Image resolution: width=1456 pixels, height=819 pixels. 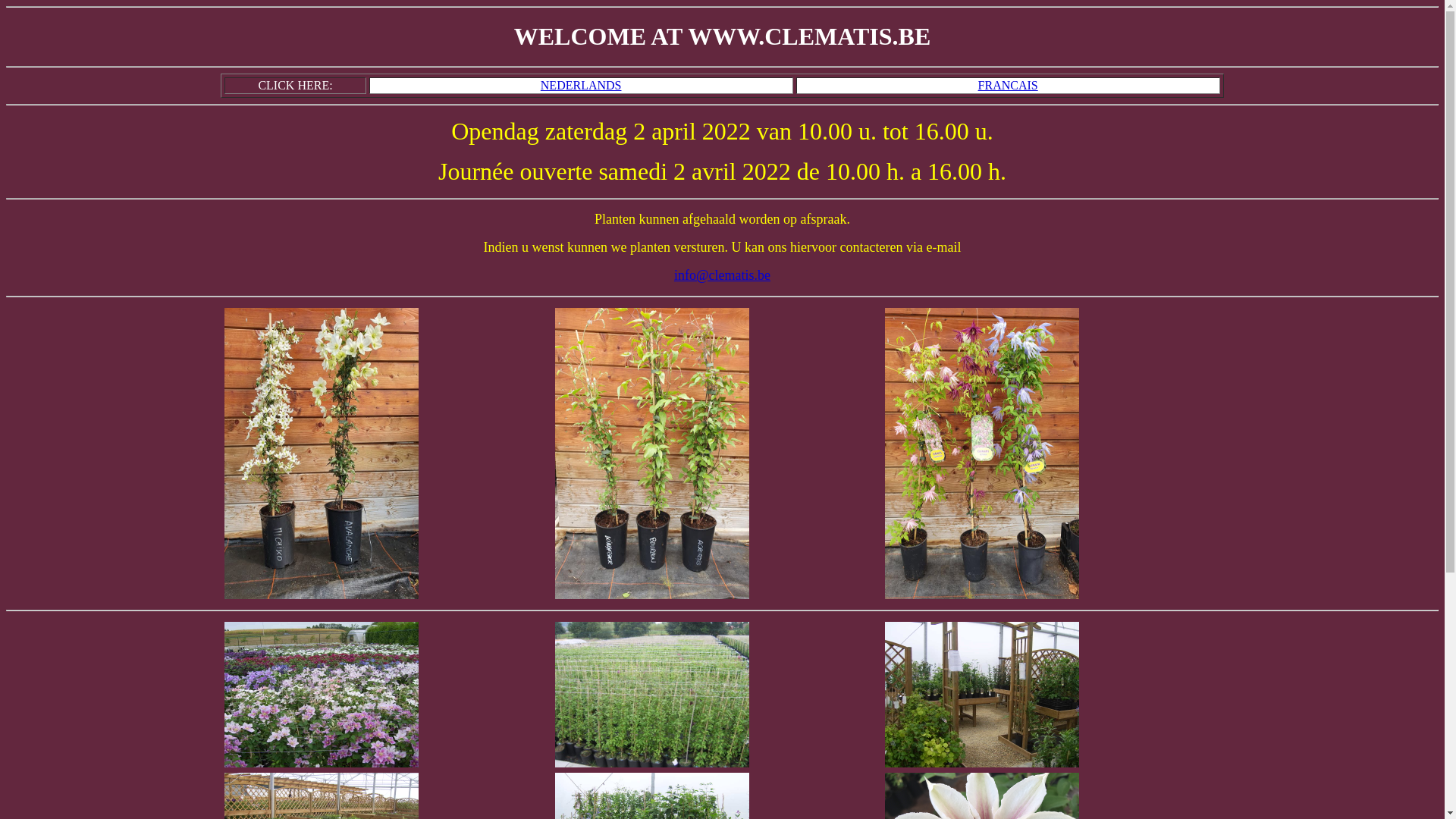 I want to click on 'info@clematis.be', so click(x=673, y=275).